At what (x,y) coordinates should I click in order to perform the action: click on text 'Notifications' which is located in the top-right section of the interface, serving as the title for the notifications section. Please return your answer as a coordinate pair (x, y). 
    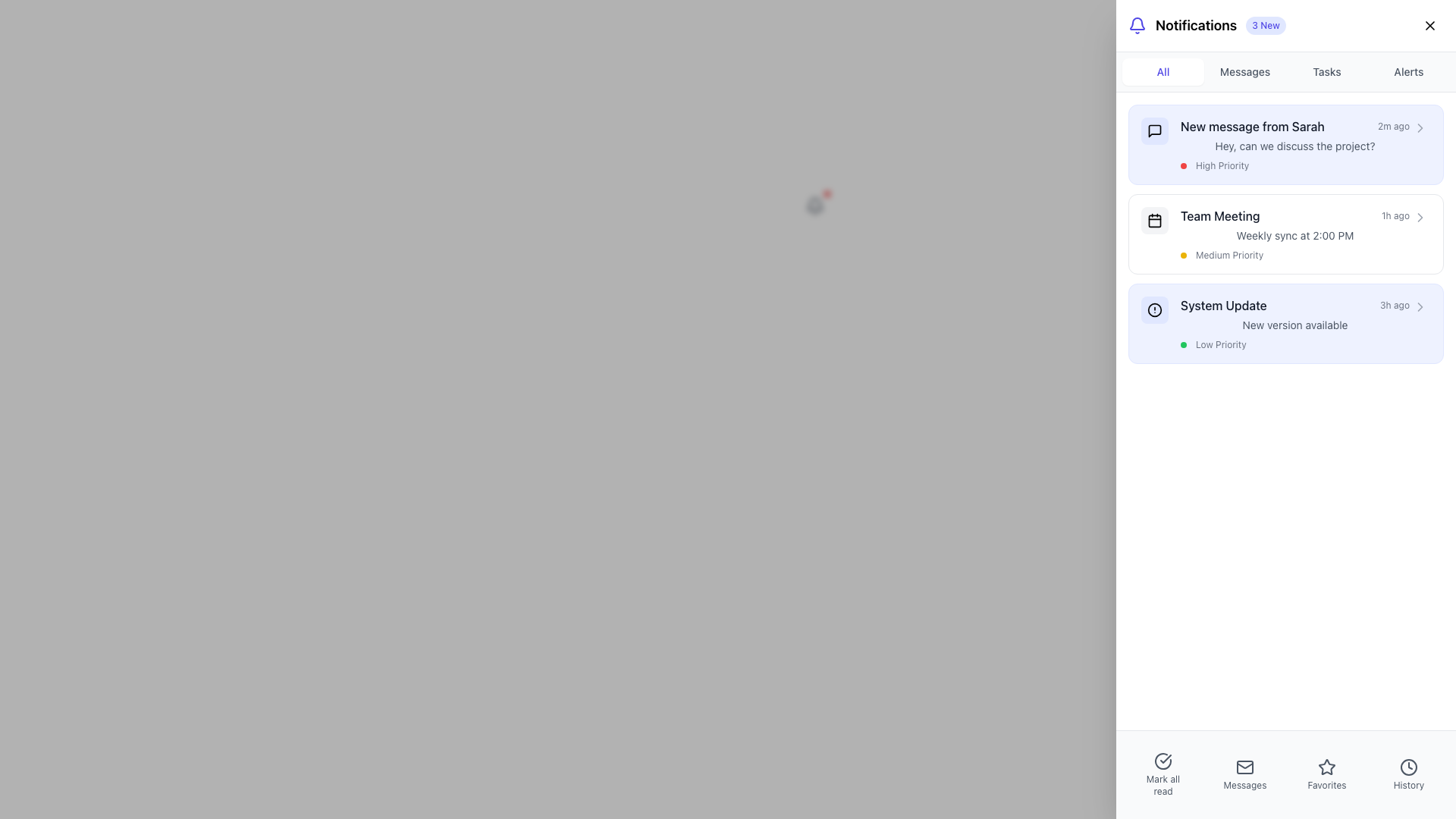
    Looking at the image, I should click on (1195, 26).